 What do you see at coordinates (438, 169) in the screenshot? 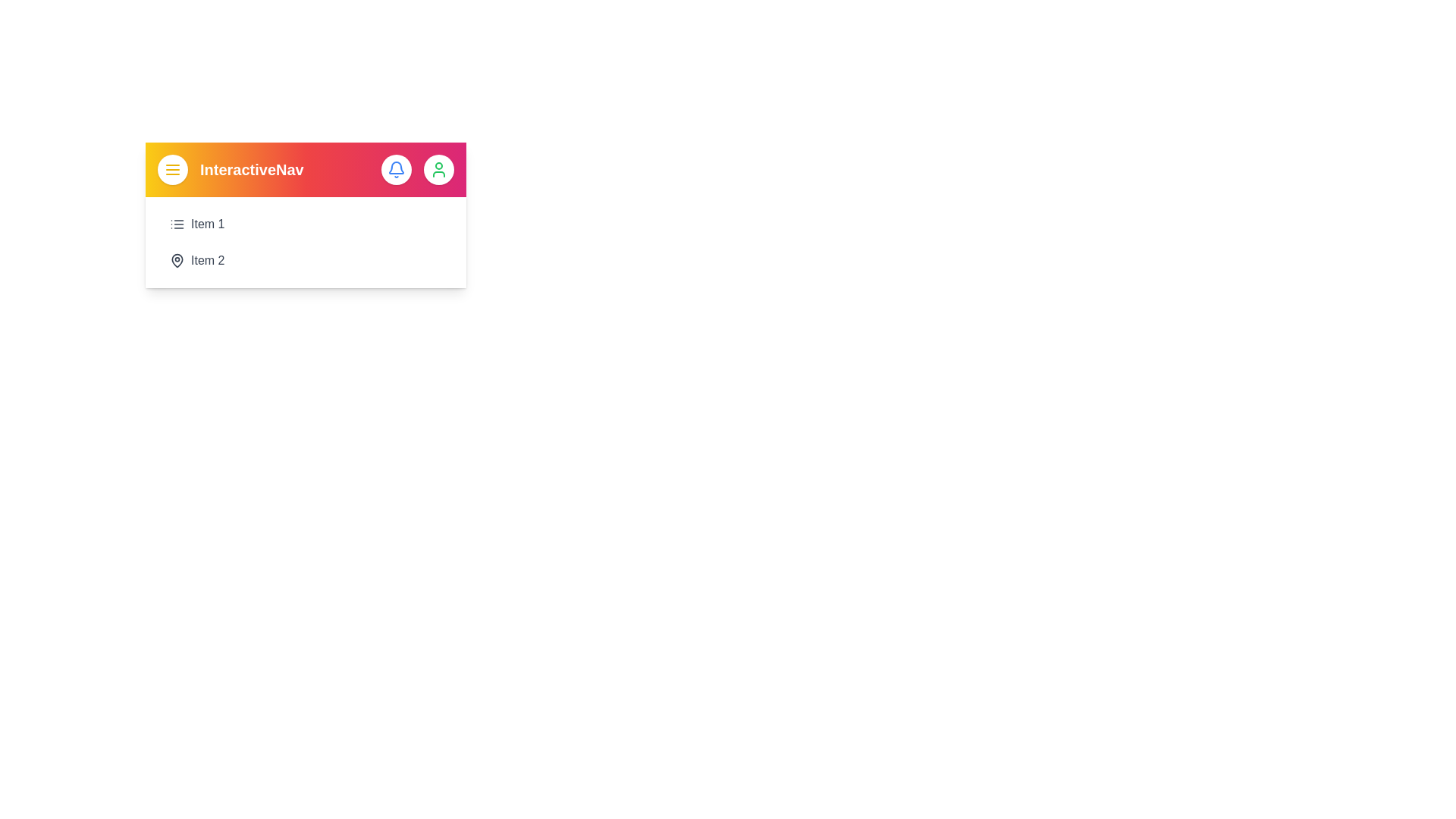
I see `the User icon to access user settings` at bounding box center [438, 169].